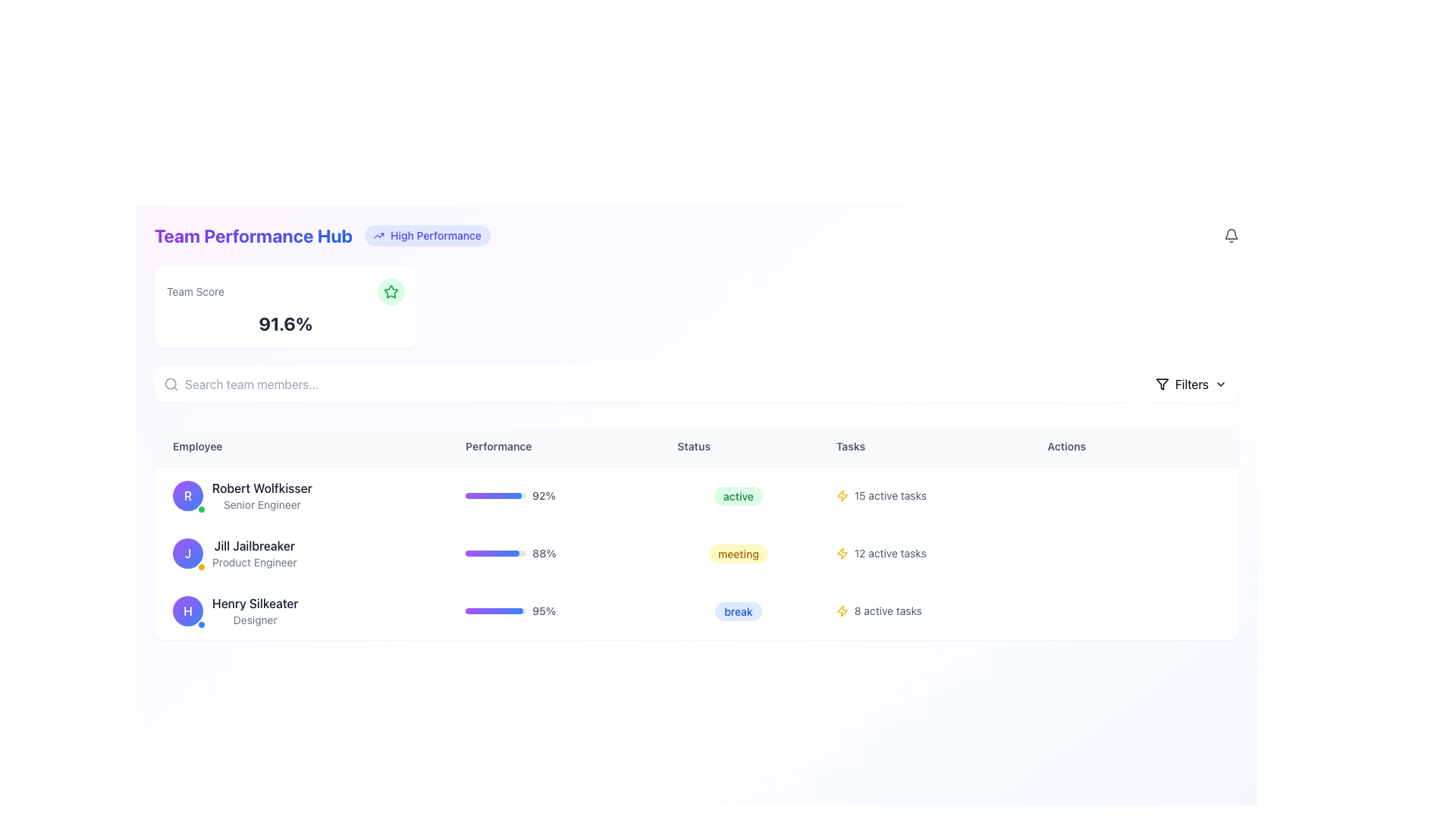  I want to click on the 'Designer' label, which is displayed in a small, gray font and is positioned below the name 'Henry Silkeater' in the user detail entry list, so click(255, 620).